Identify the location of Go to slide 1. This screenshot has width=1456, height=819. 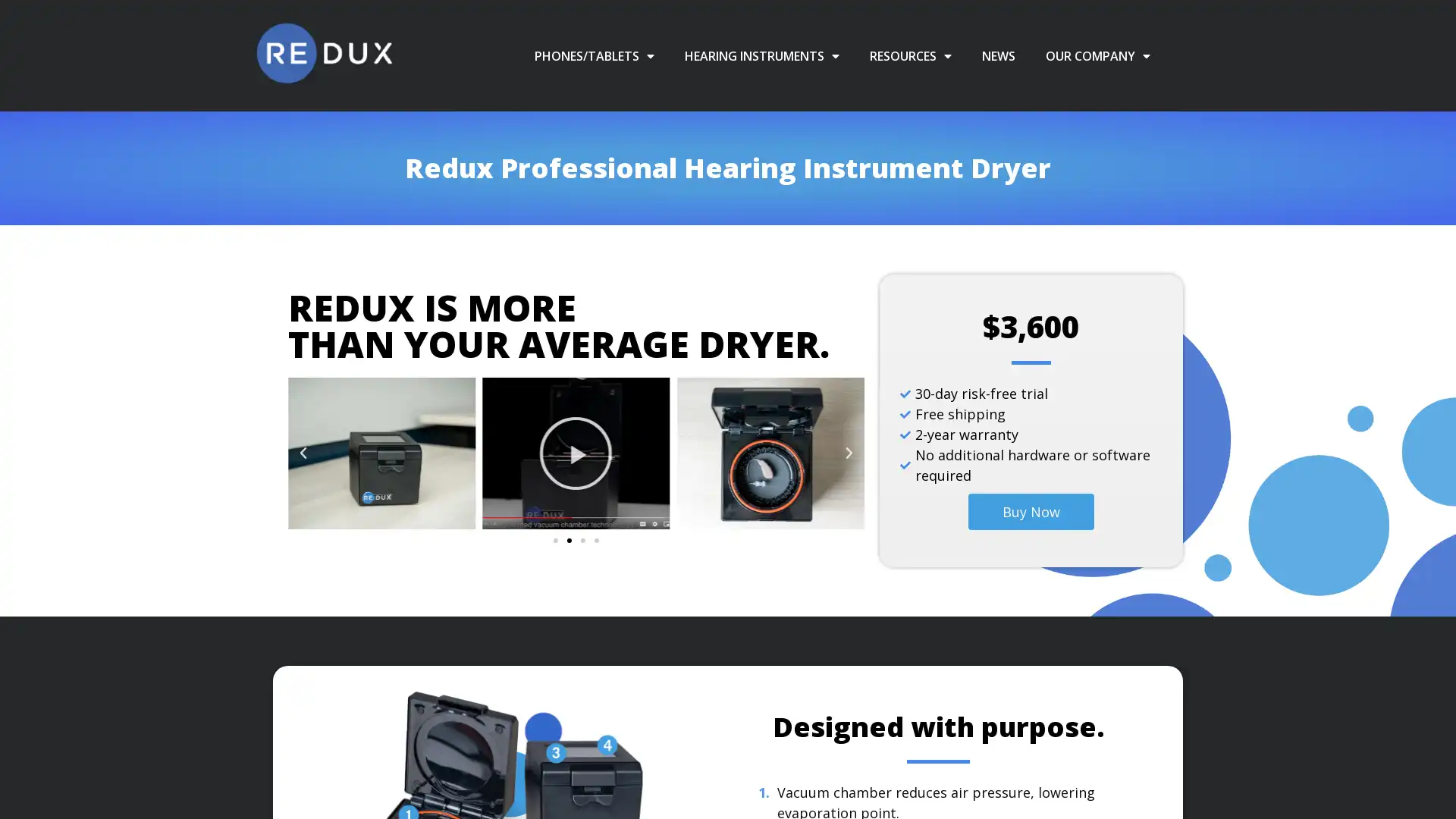
(554, 540).